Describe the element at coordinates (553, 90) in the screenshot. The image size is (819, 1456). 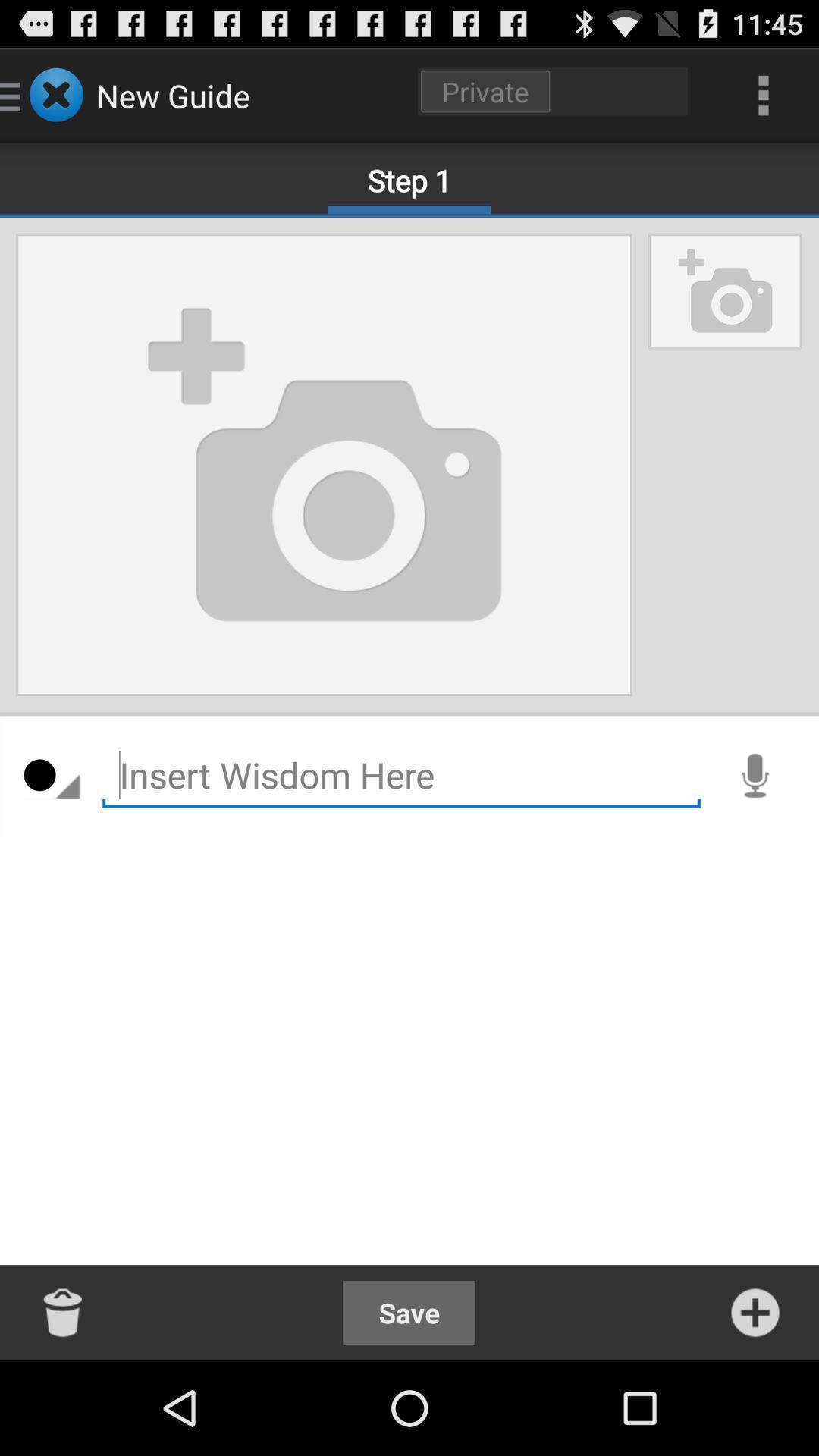
I see `the icon next to the new guide icon` at that location.